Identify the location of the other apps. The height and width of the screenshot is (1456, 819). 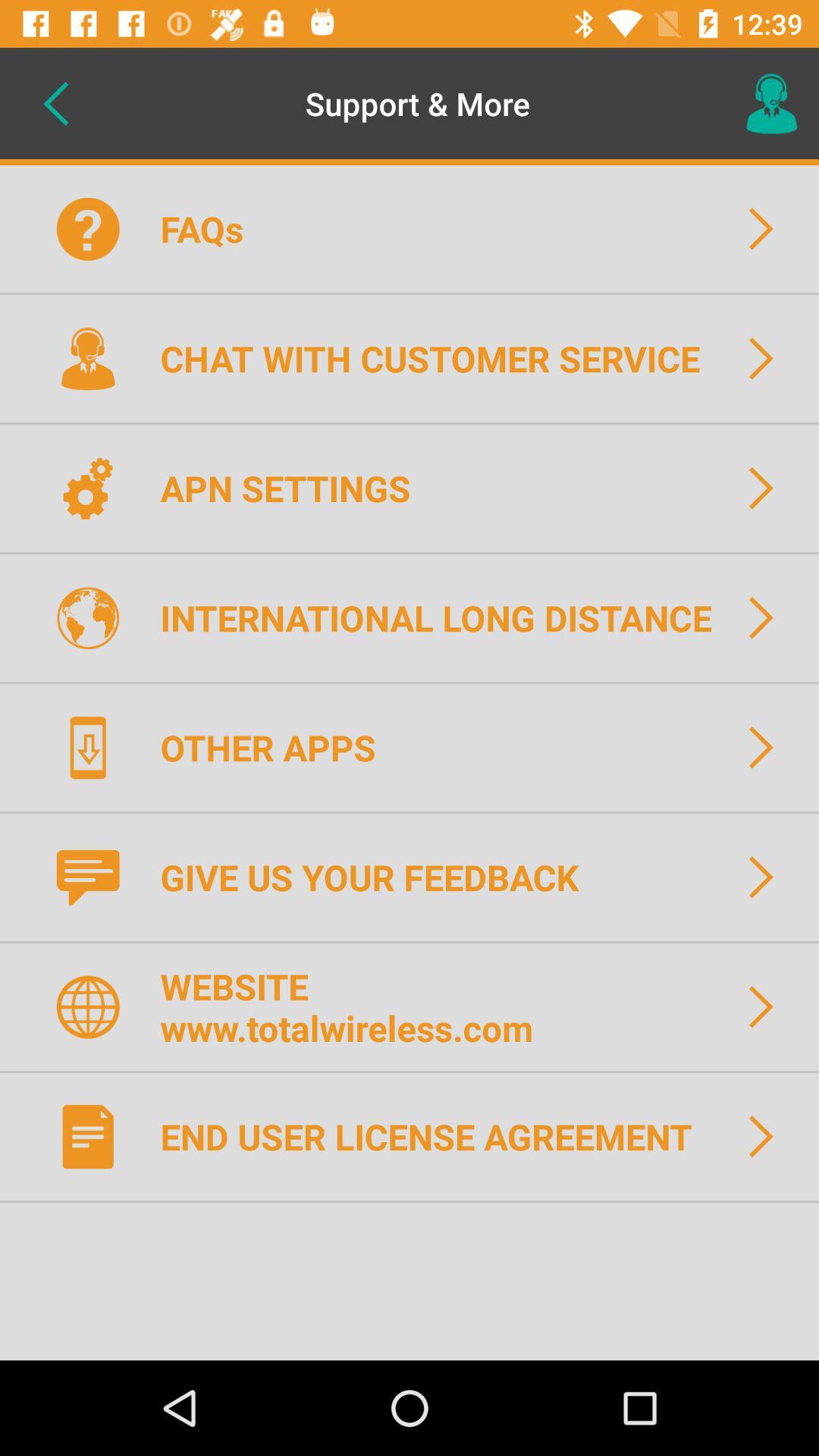
(278, 747).